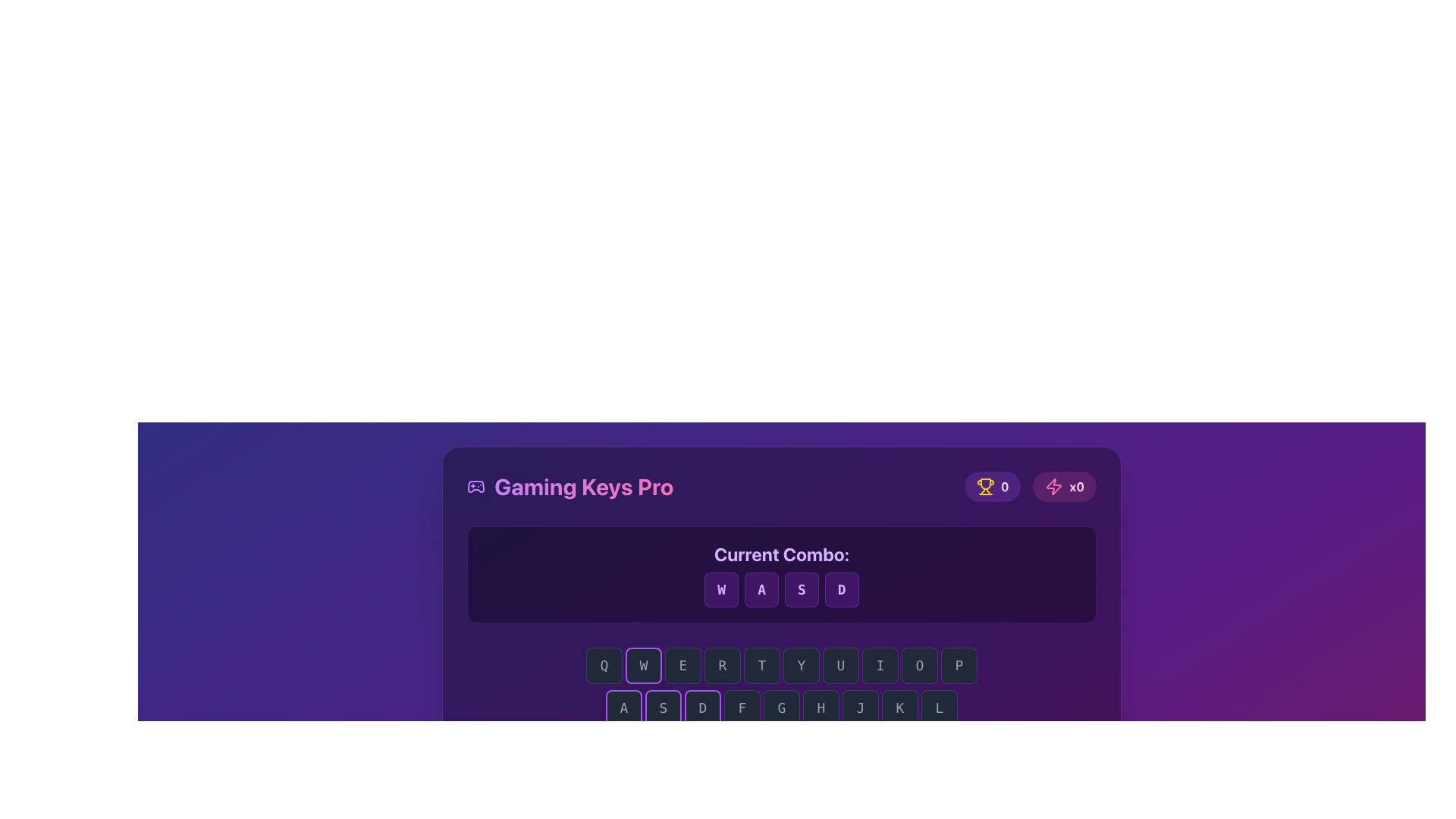 This screenshot has width=1456, height=819. Describe the element at coordinates (1053, 486) in the screenshot. I see `the pink lightning bolt icon, which is the leftmost element in a horizontal layout of three items, styled with rounded edges` at that location.